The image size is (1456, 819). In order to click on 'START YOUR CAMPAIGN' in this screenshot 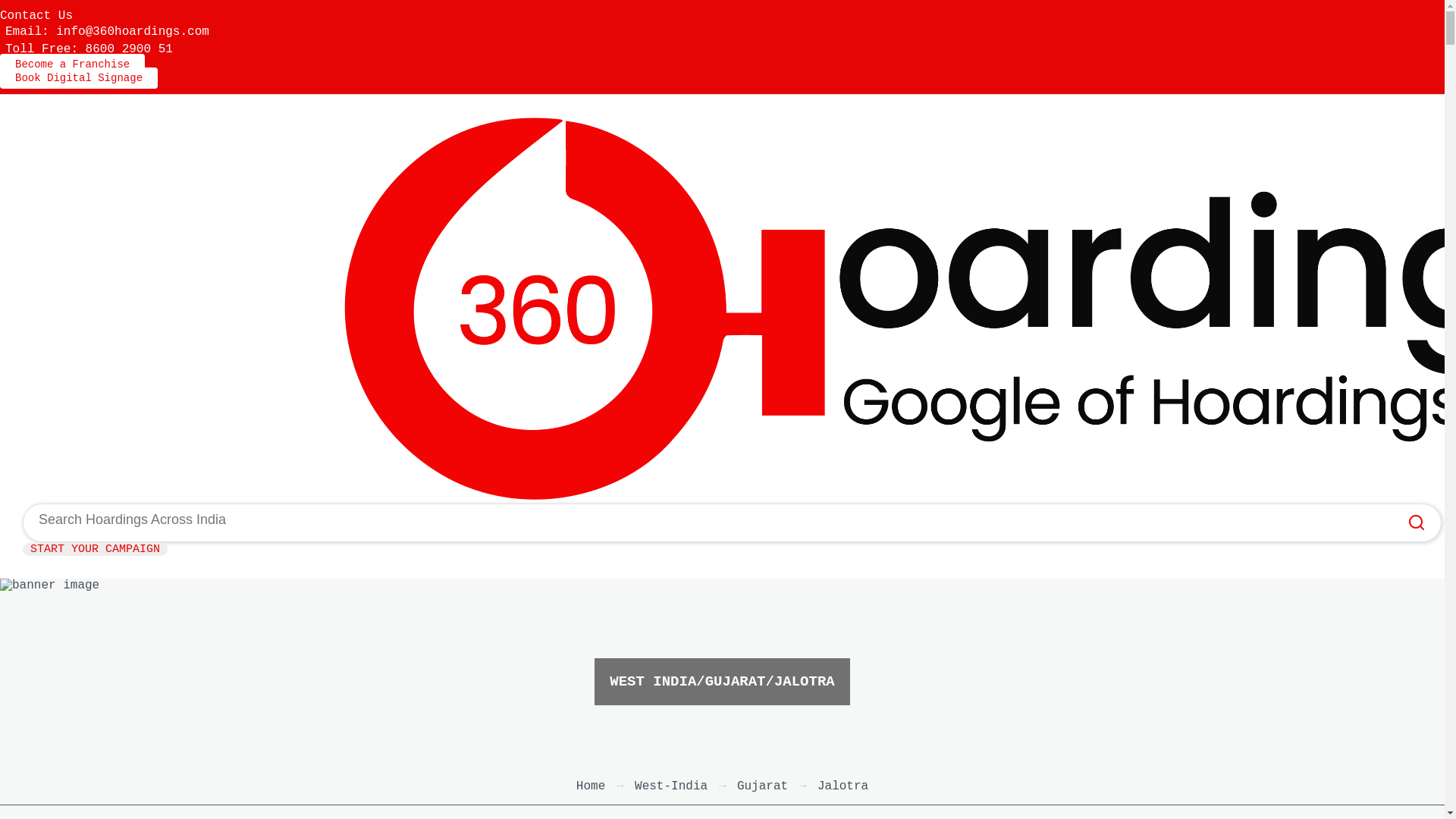, I will do `click(94, 549)`.